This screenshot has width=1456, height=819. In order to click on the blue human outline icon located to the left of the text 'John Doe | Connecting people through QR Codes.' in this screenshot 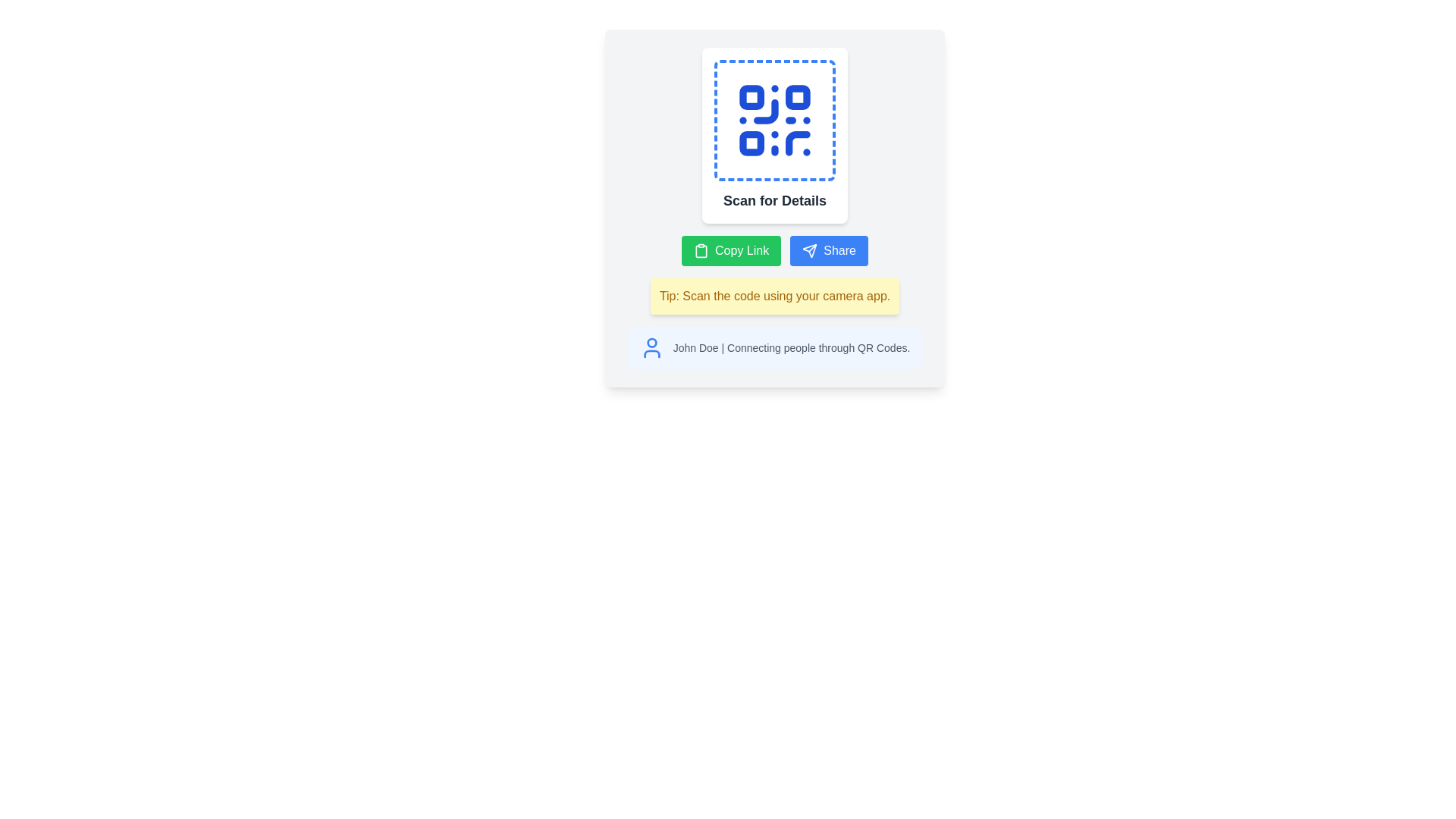, I will do `click(651, 348)`.